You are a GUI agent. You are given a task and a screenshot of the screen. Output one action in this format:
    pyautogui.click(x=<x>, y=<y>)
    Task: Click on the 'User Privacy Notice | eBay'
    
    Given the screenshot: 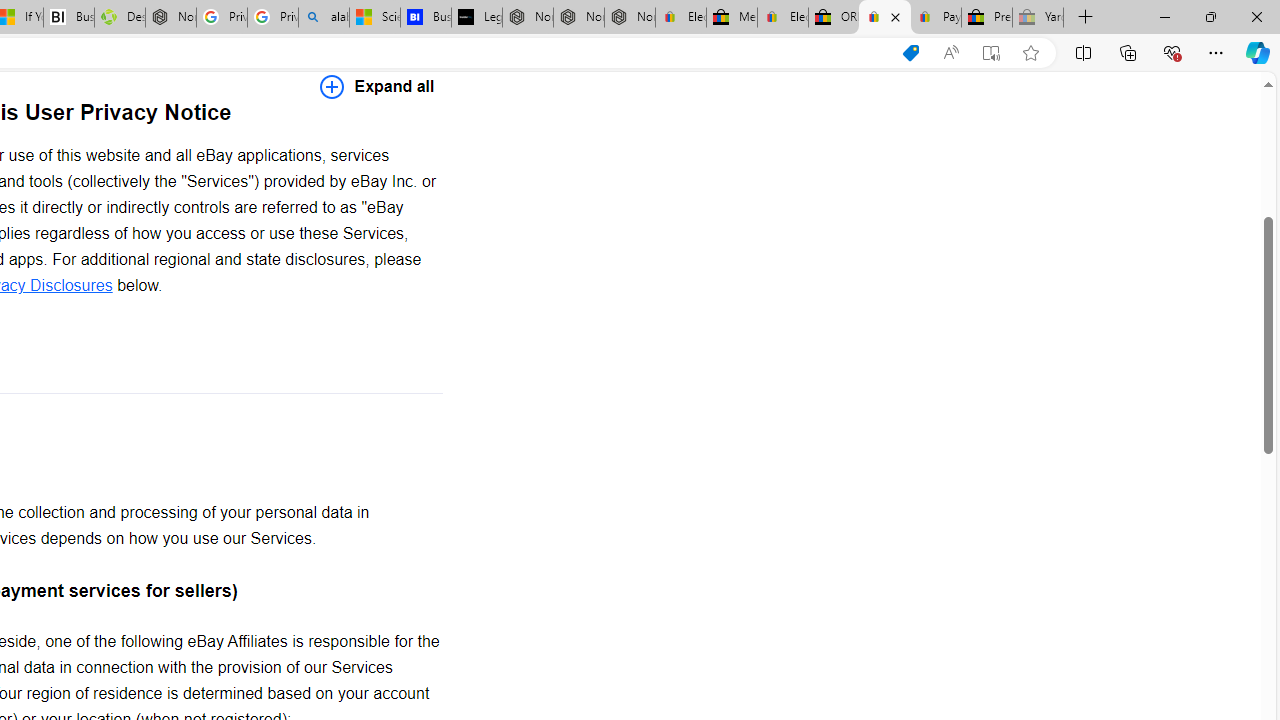 What is the action you would take?
    pyautogui.click(x=884, y=17)
    